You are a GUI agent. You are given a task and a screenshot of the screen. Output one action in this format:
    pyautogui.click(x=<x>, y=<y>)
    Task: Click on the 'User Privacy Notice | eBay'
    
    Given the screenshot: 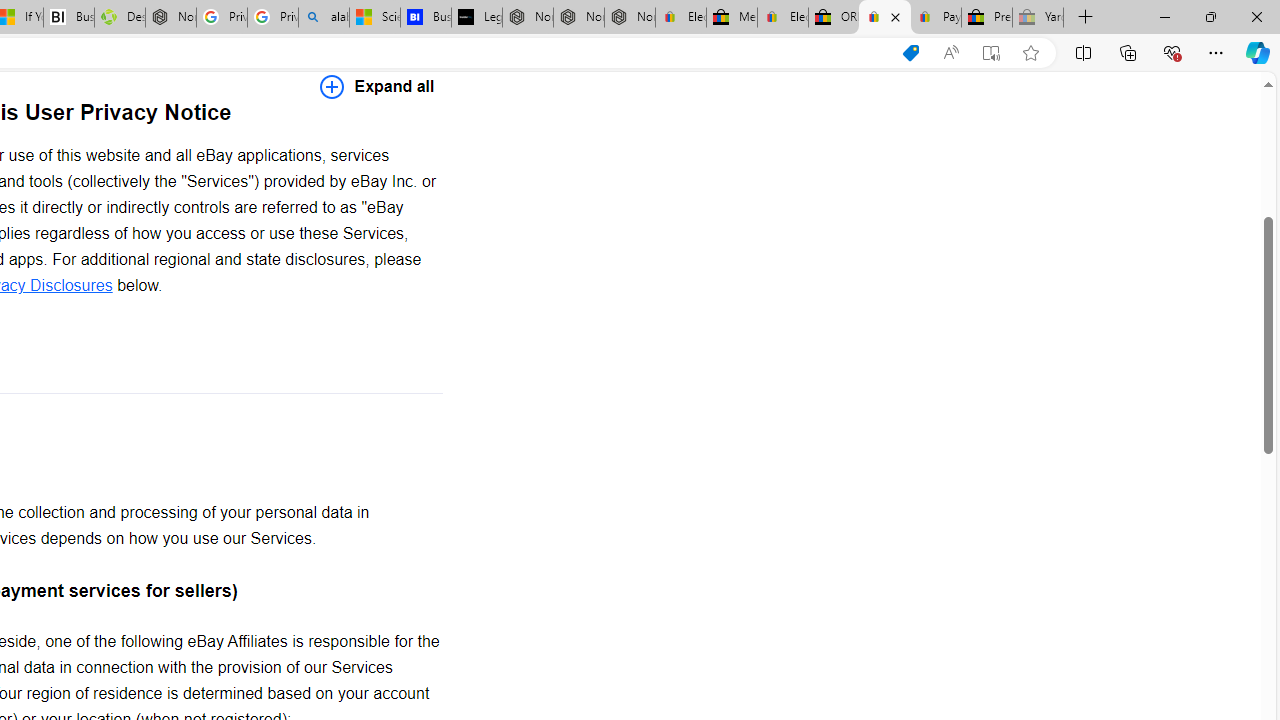 What is the action you would take?
    pyautogui.click(x=884, y=17)
    